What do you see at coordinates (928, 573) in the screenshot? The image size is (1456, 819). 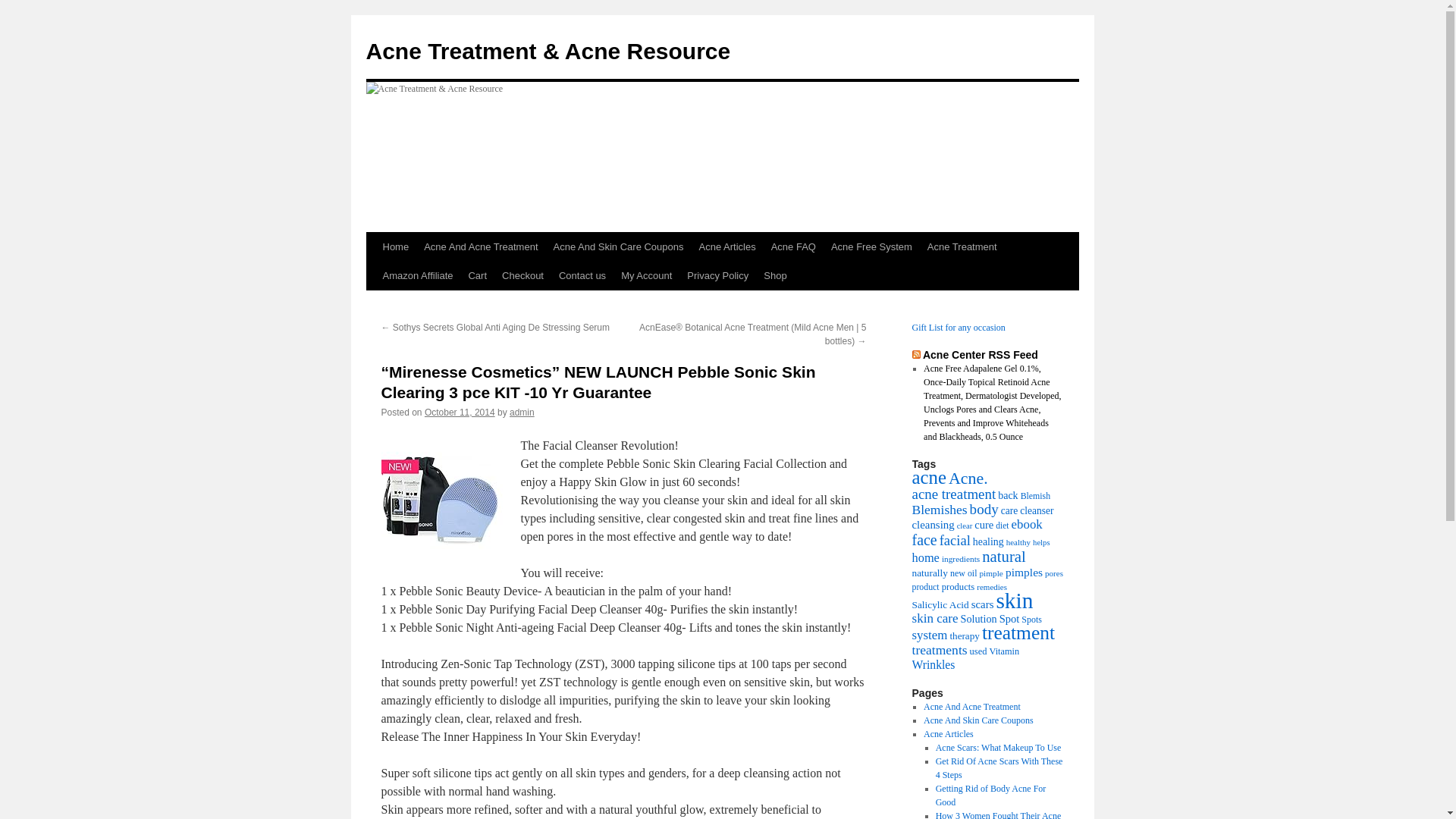 I see `'naturally'` at bounding box center [928, 573].